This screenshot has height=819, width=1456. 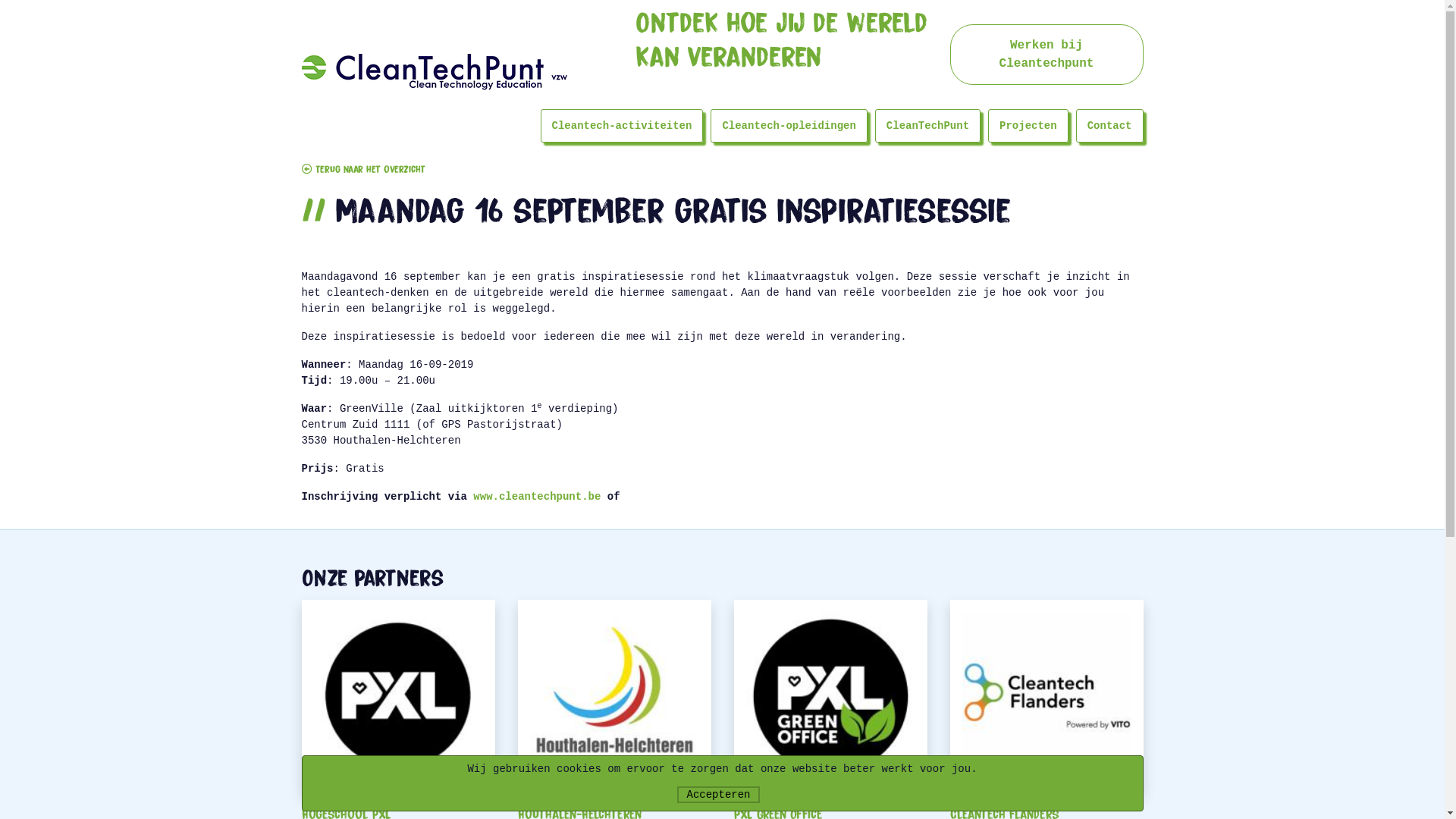 What do you see at coordinates (362, 170) in the screenshot?
I see `'Terug naar het overzicht'` at bounding box center [362, 170].